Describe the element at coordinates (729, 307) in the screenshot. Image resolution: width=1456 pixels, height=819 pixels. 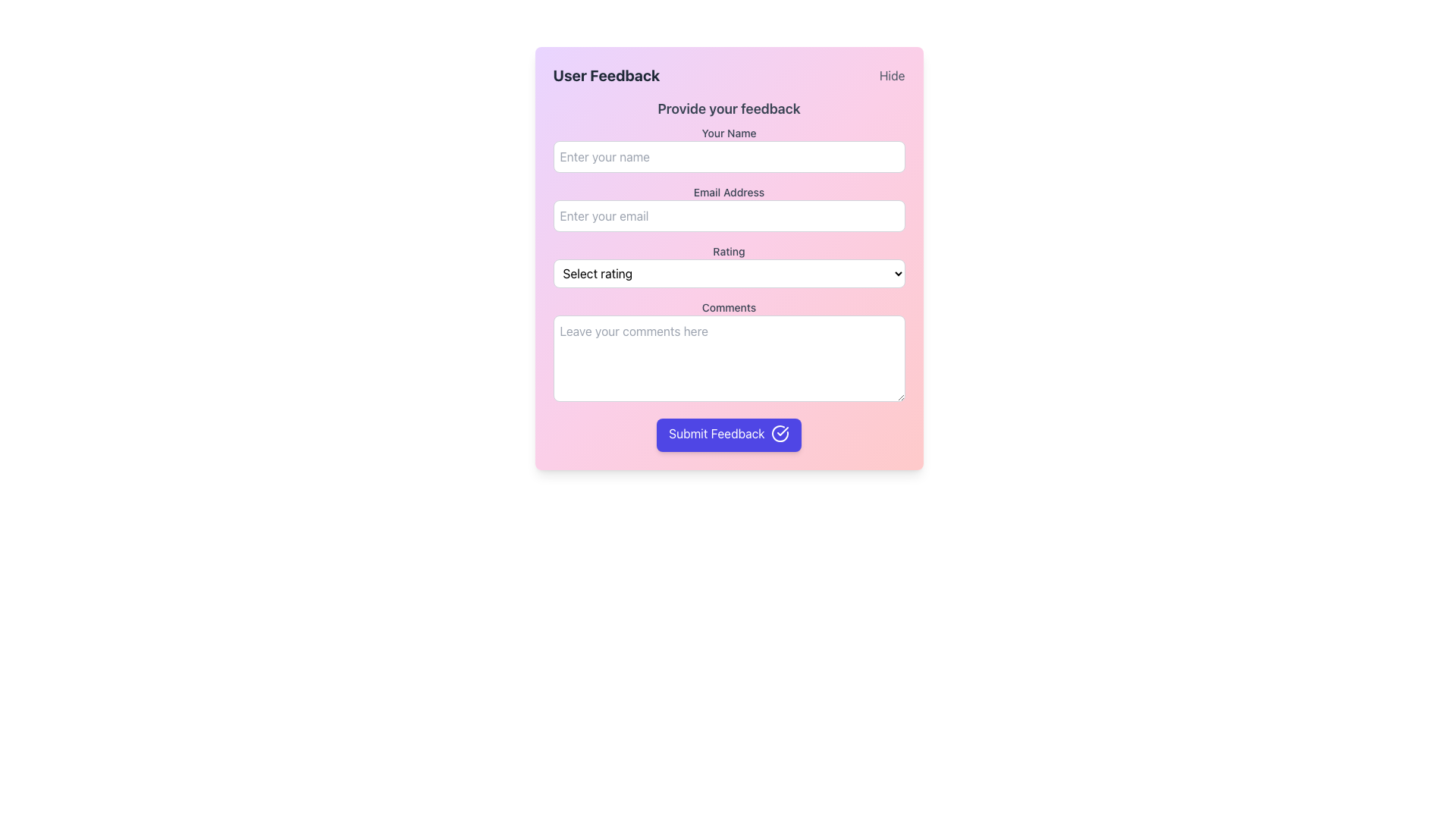
I see `the label located within the 'User Feedback' form, positioned above the comment text area labeled 'Leave your comments here'` at that location.